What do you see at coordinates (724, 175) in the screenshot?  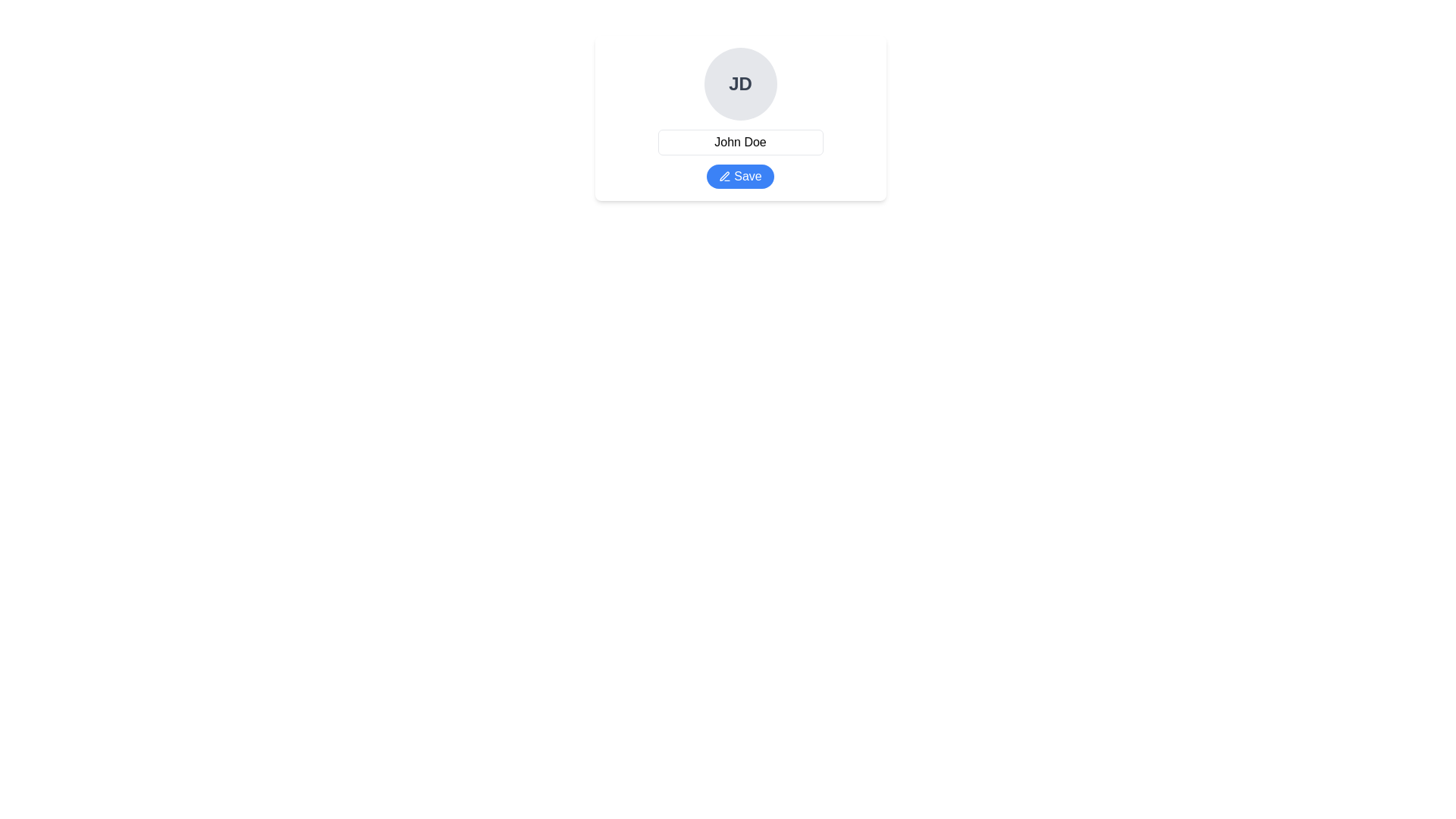 I see `the edit icon located immediately to the left of the 'Save' button in the card layout for 'John Doe'` at bounding box center [724, 175].